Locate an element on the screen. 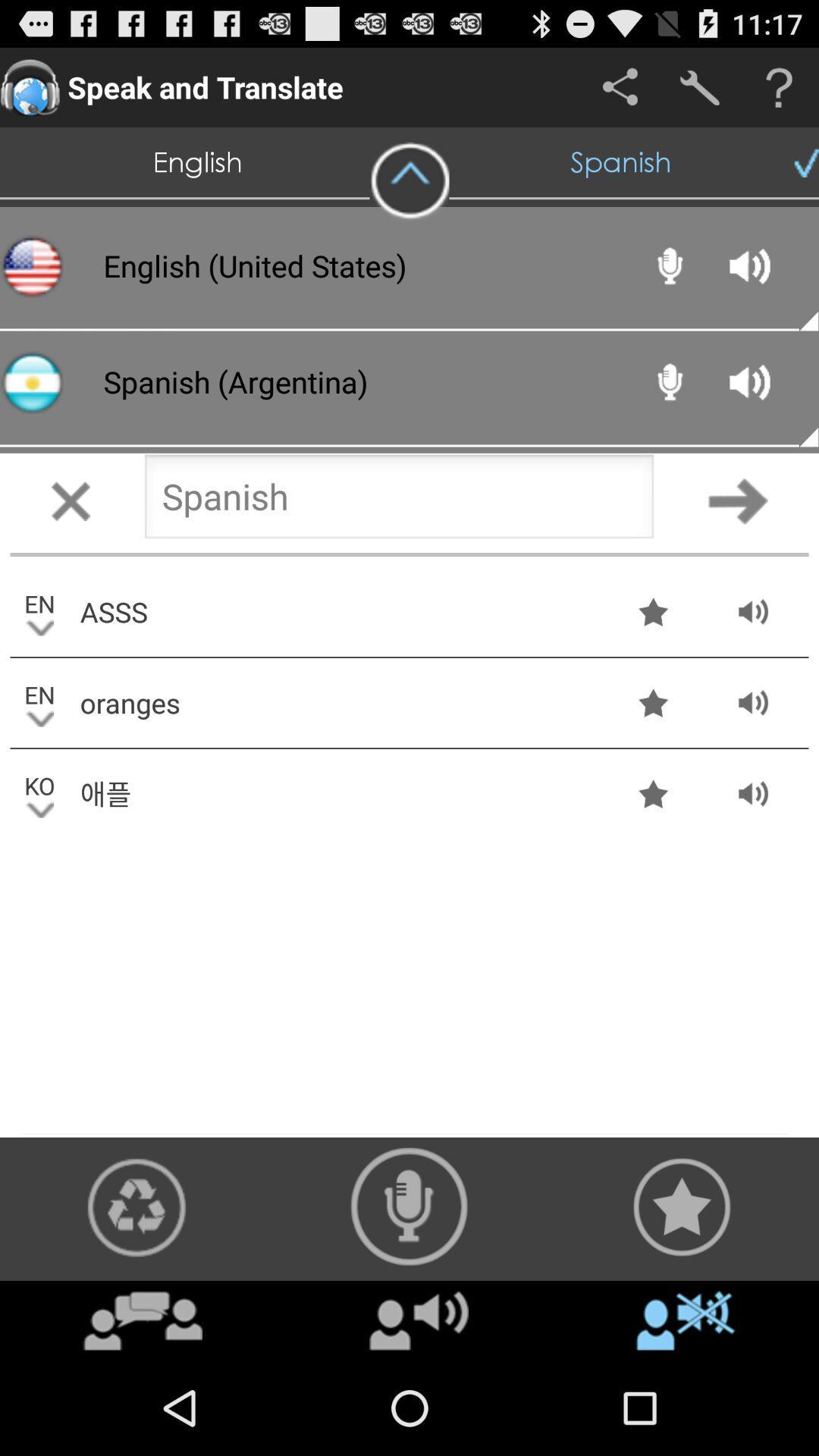 This screenshot has width=819, height=1456. the app to the right of the en app is located at coordinates (338, 611).